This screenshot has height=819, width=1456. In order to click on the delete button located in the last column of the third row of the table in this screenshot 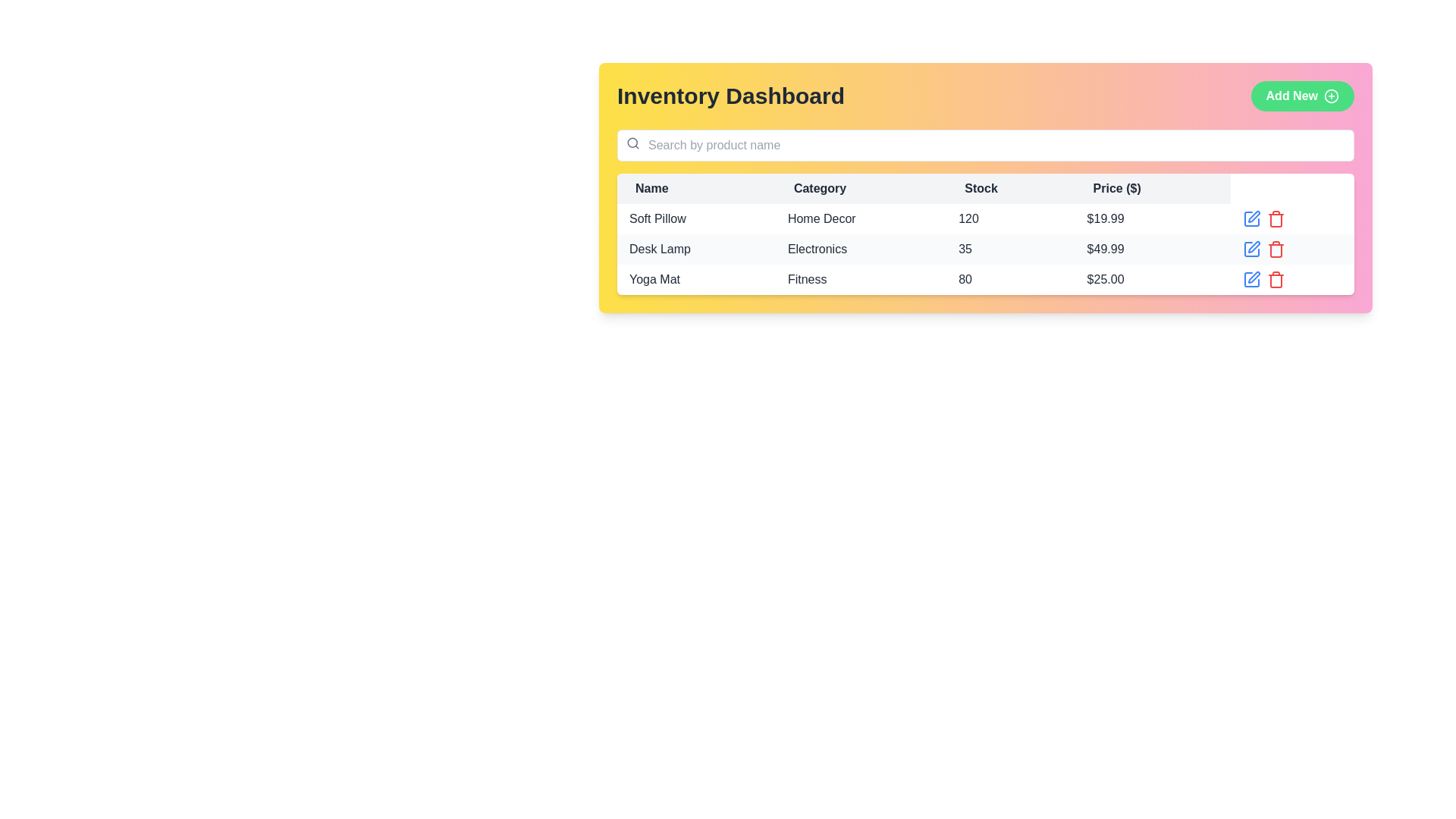, I will do `click(1276, 280)`.